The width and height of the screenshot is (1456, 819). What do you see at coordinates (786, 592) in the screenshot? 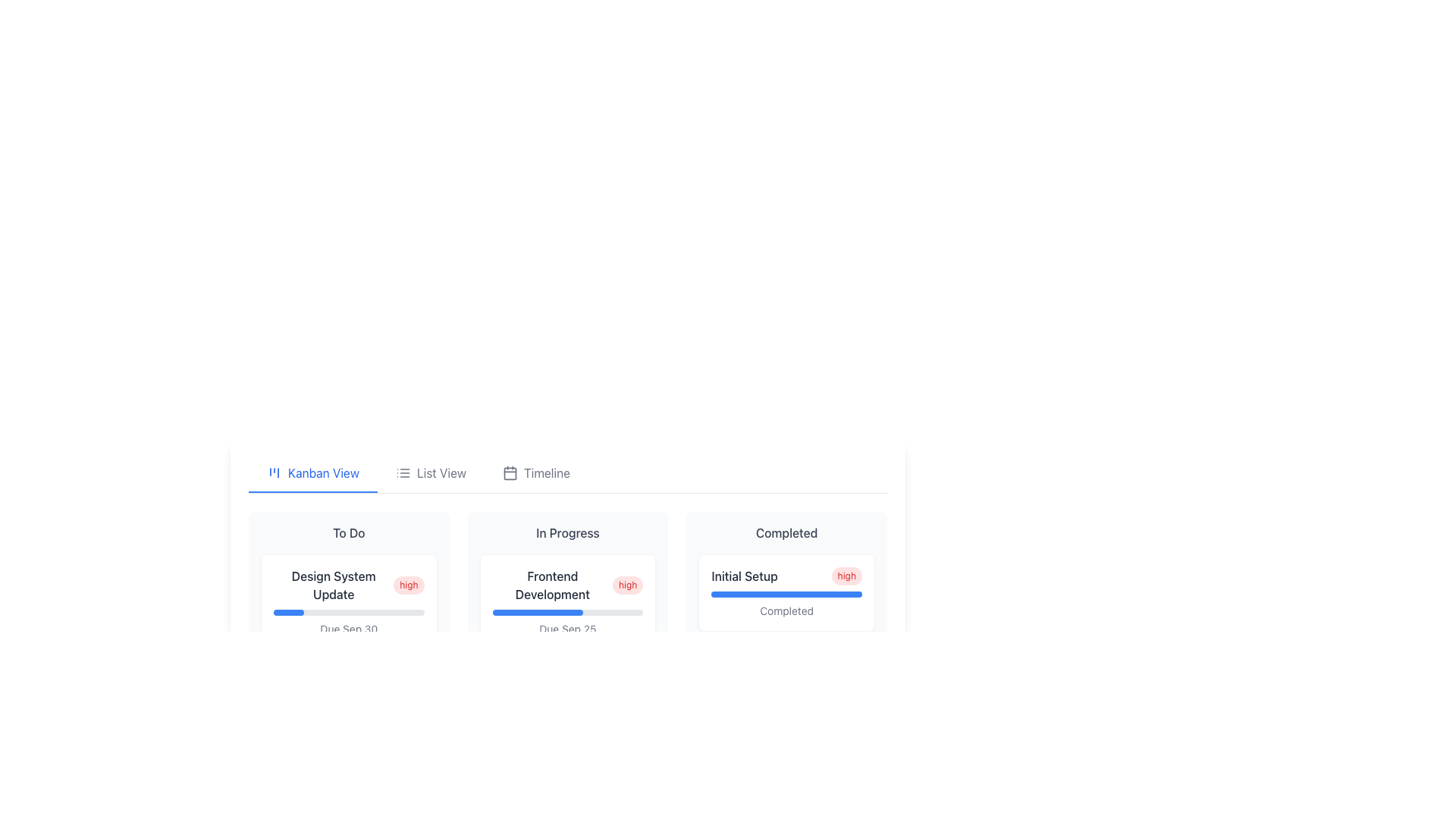
I see `the first card in the 'Completed' section of the Kanban board` at bounding box center [786, 592].